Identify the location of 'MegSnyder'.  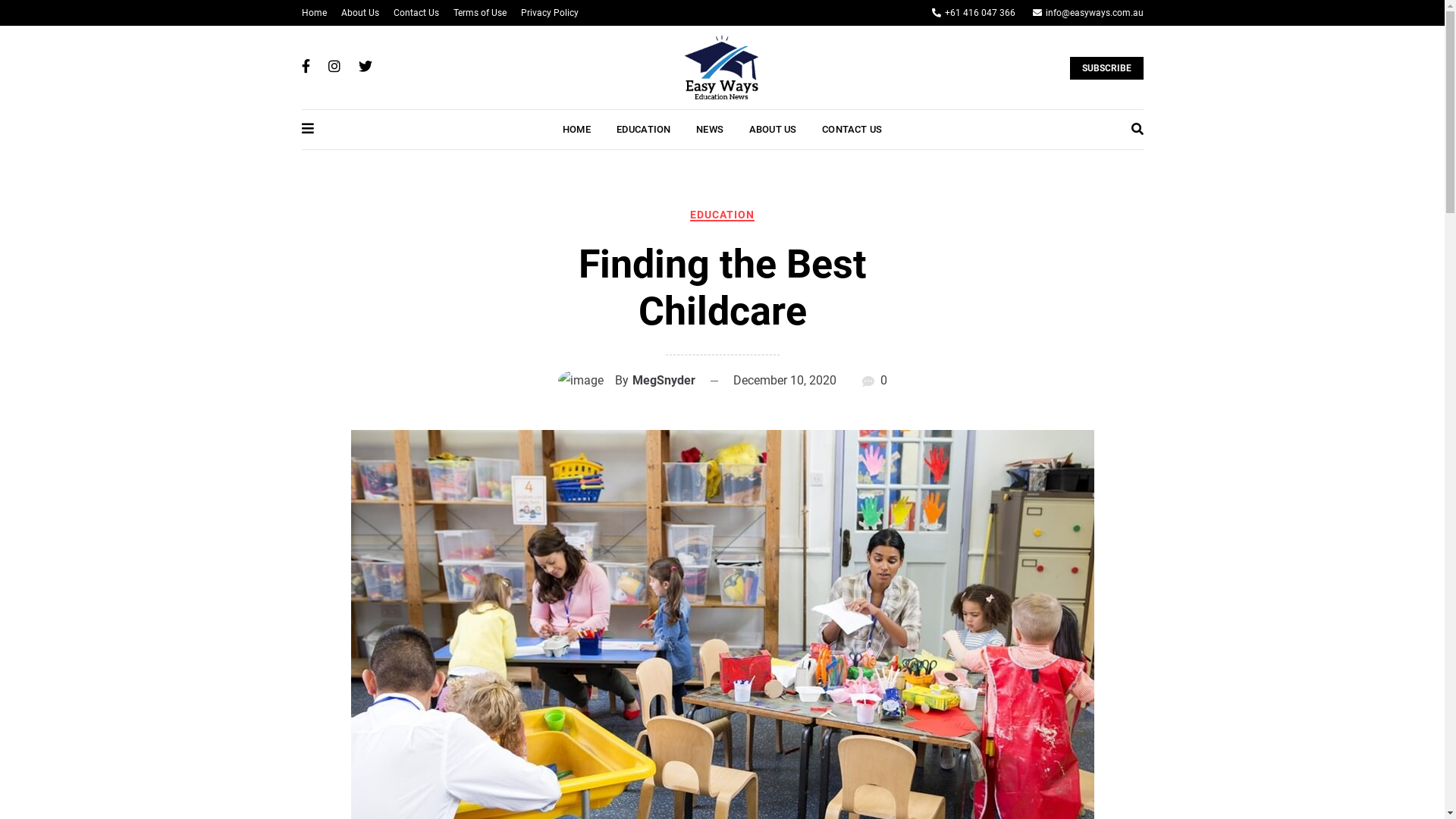
(664, 379).